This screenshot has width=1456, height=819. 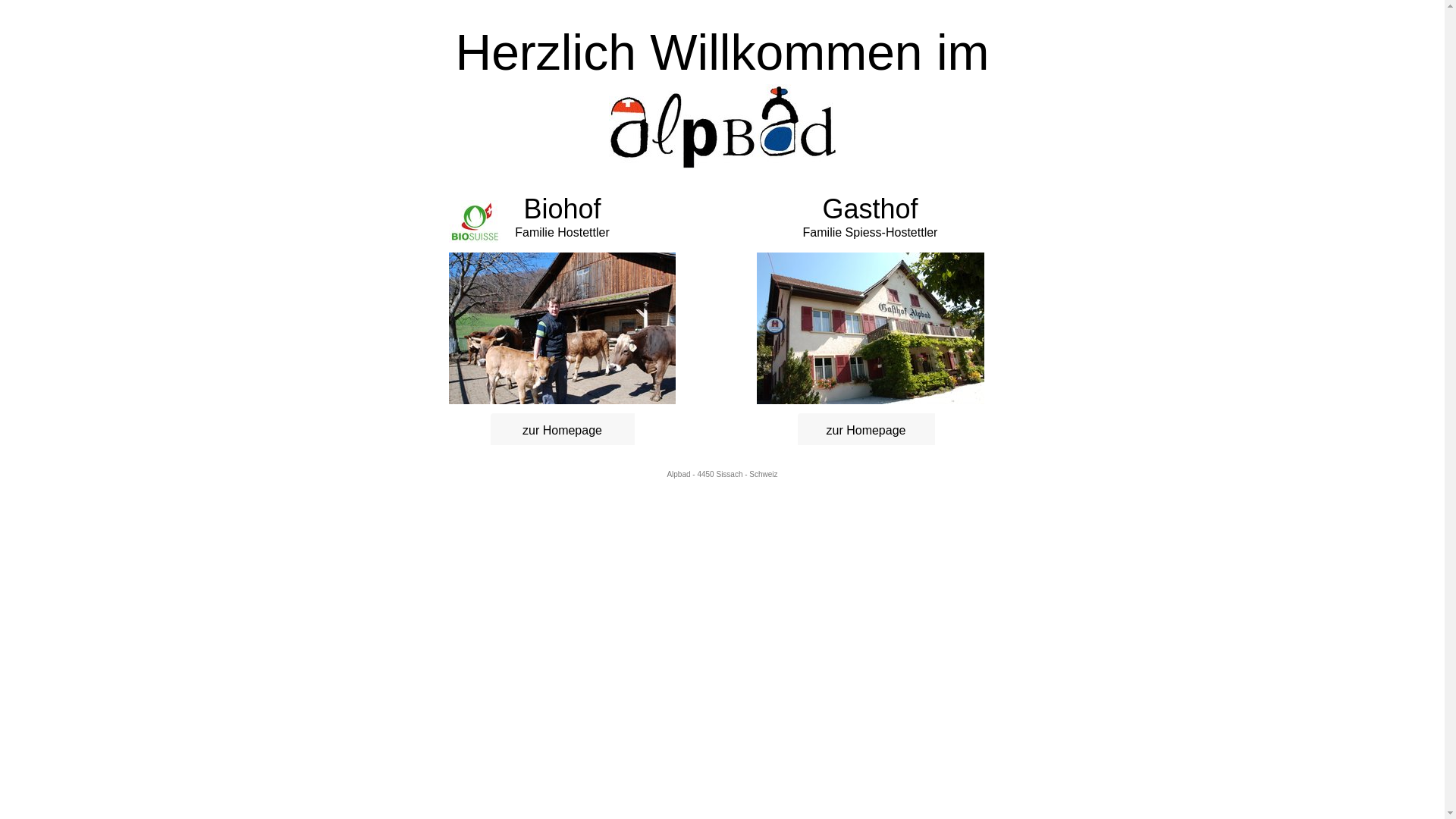 What do you see at coordinates (866, 430) in the screenshot?
I see `'zur Homepage'` at bounding box center [866, 430].